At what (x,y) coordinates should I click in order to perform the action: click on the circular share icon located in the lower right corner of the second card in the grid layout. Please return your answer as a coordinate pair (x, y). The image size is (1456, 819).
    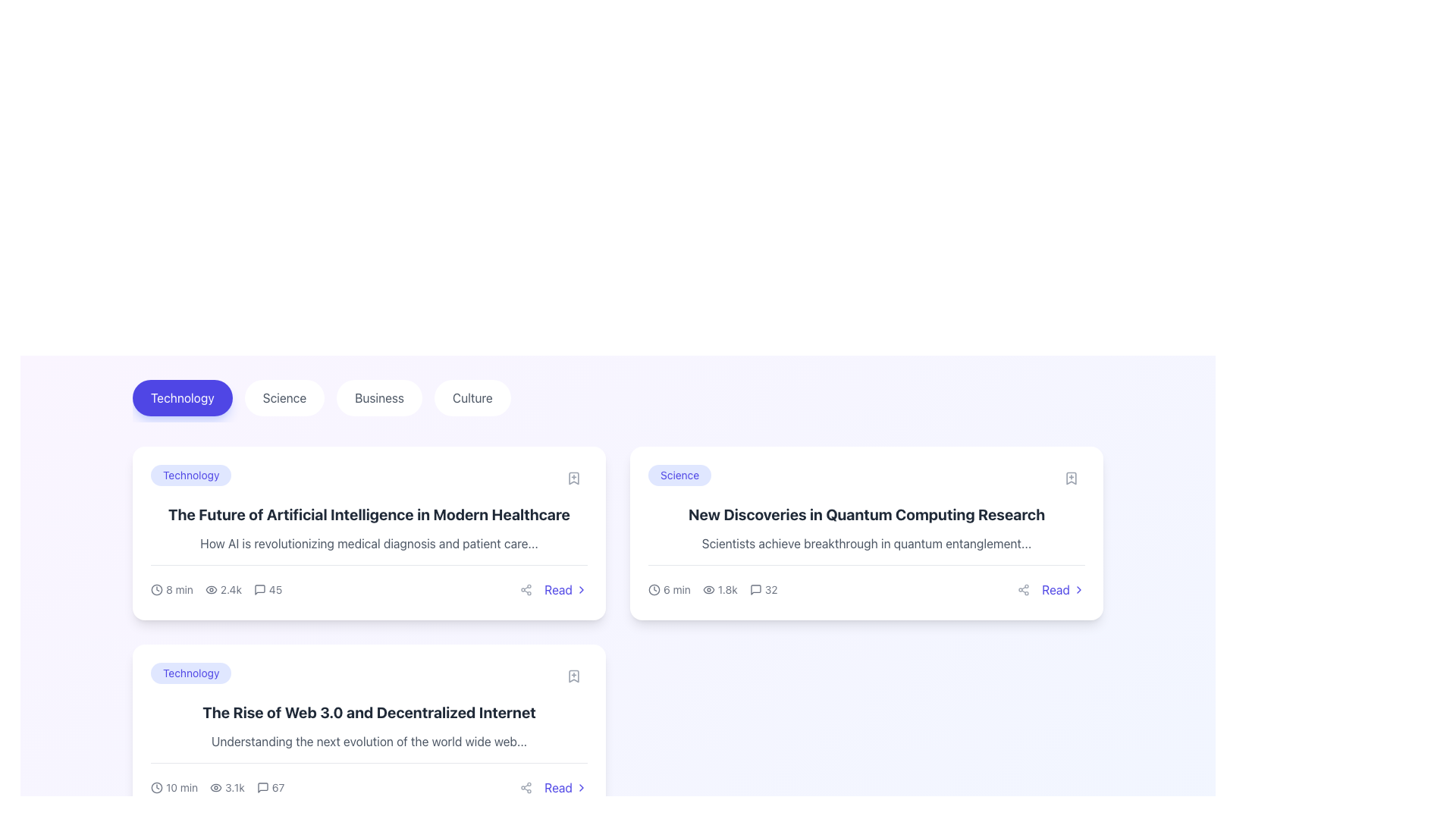
    Looking at the image, I should click on (526, 786).